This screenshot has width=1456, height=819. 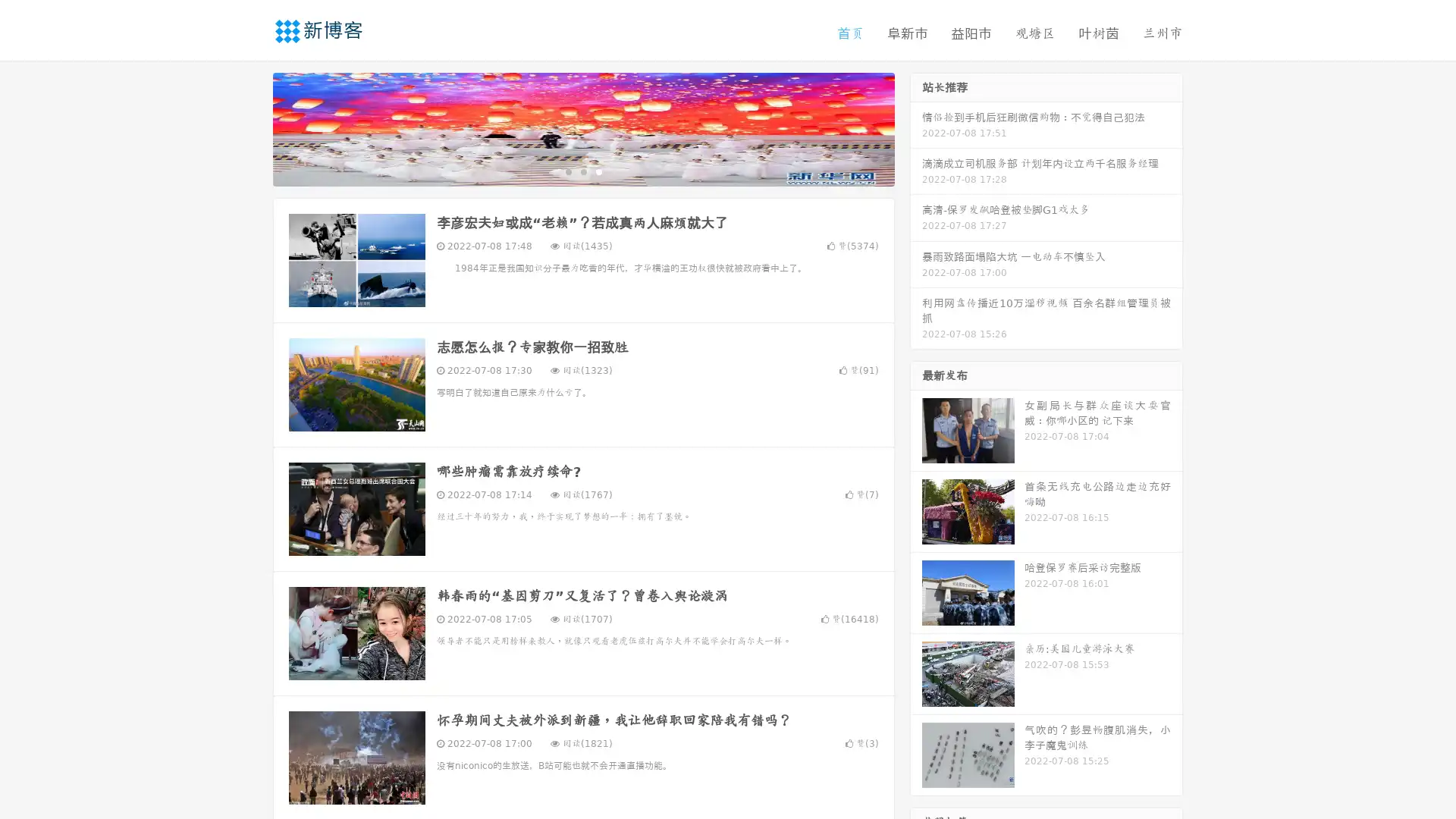 I want to click on Previous slide, so click(x=250, y=127).